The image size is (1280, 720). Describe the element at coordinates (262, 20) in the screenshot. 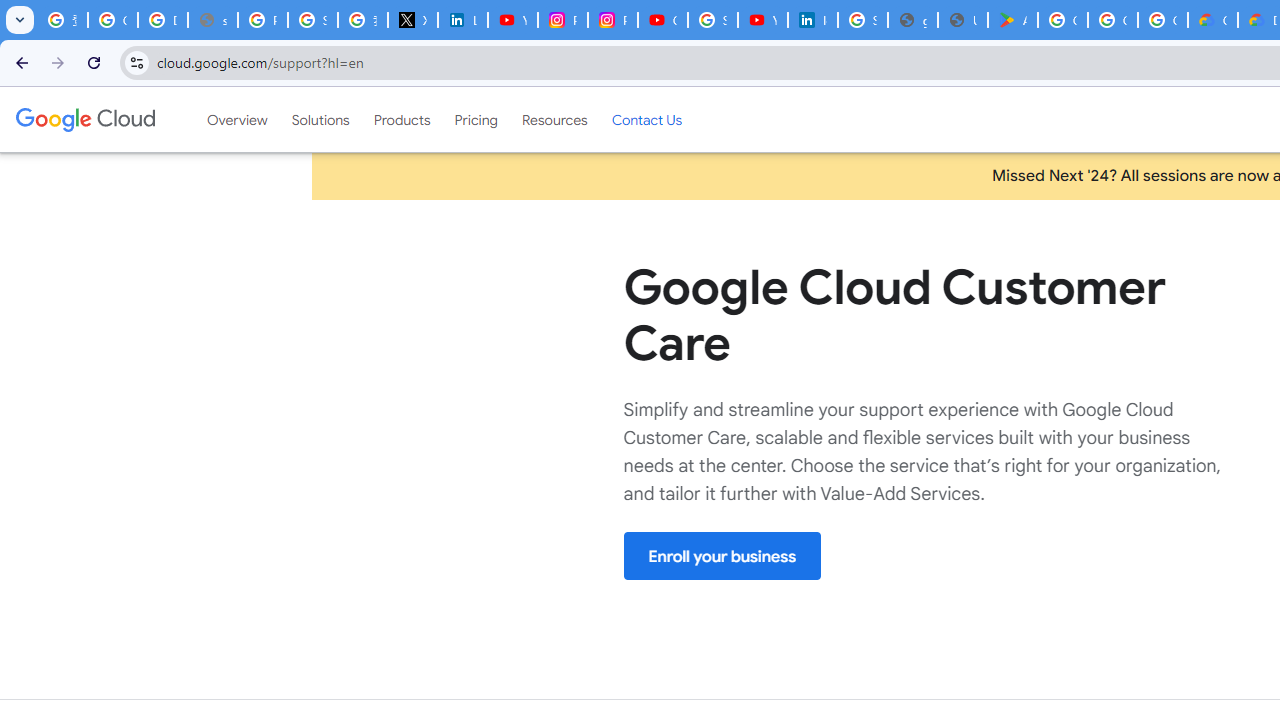

I see `'Privacy Help Center - Policies Help'` at that location.